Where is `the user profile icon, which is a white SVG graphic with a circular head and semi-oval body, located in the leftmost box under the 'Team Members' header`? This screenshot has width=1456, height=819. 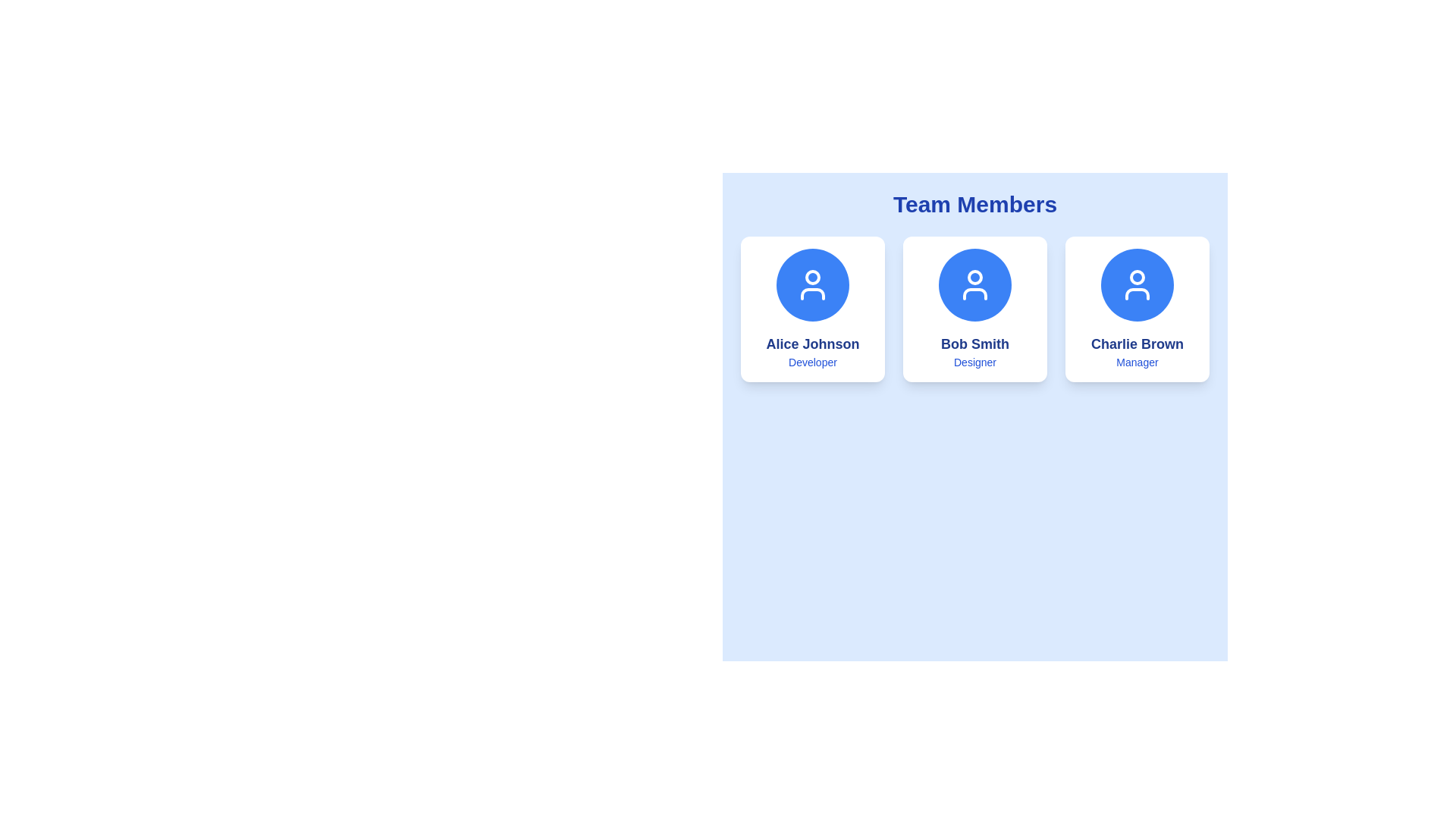 the user profile icon, which is a white SVG graphic with a circular head and semi-oval body, located in the leftmost box under the 'Team Members' header is located at coordinates (811, 284).